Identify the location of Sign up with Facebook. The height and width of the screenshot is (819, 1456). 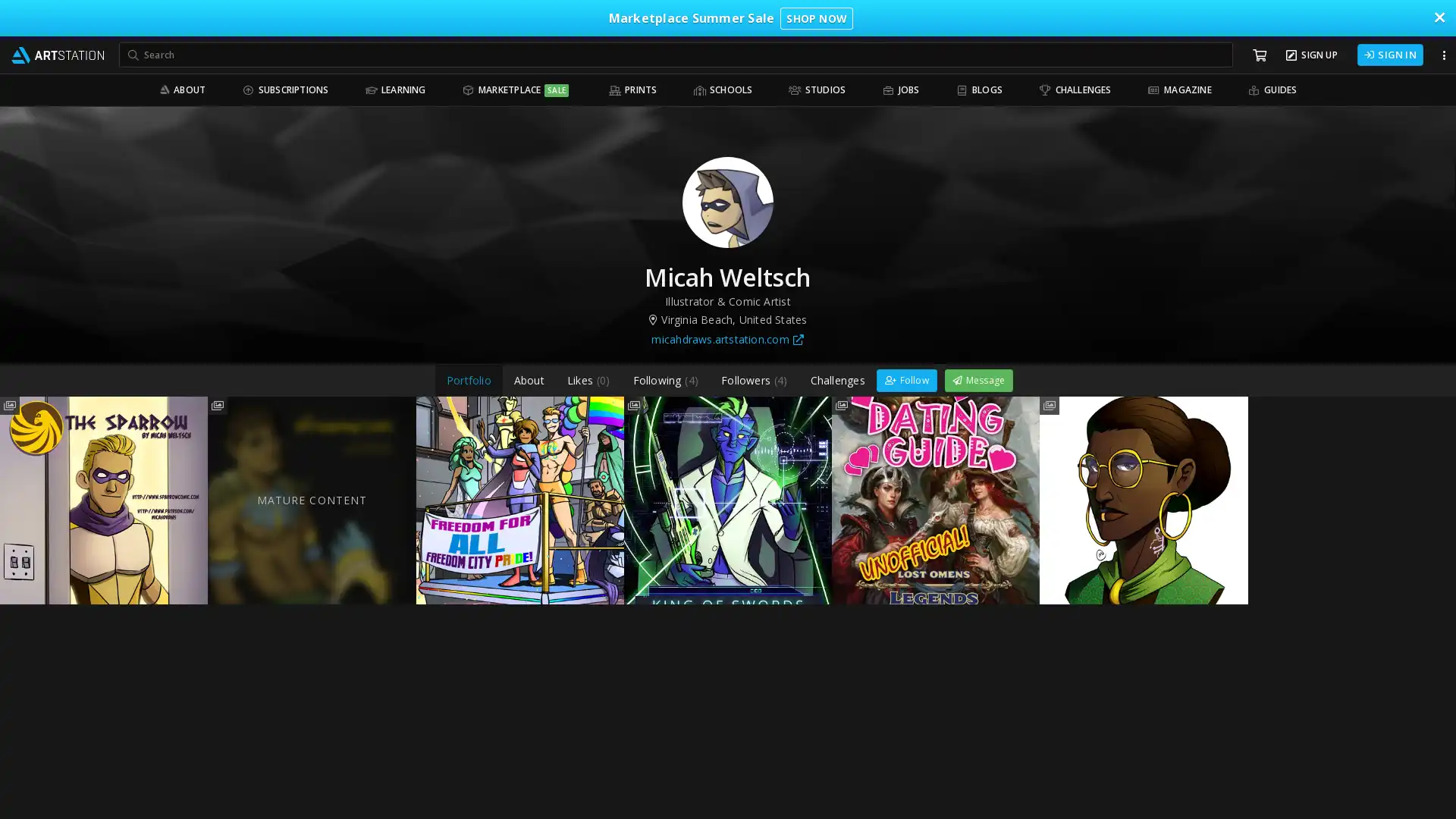
(728, 117).